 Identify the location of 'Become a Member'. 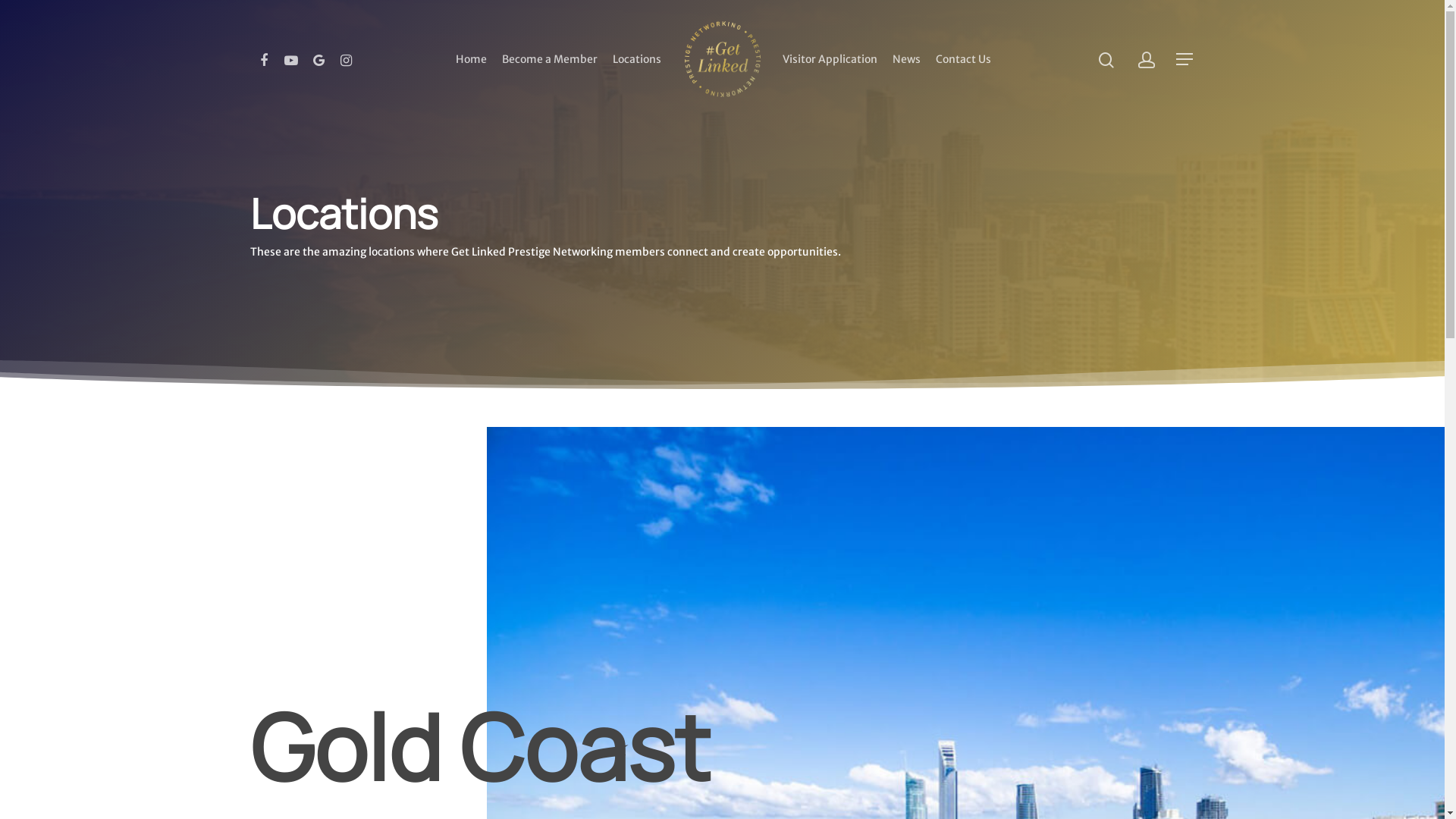
(548, 58).